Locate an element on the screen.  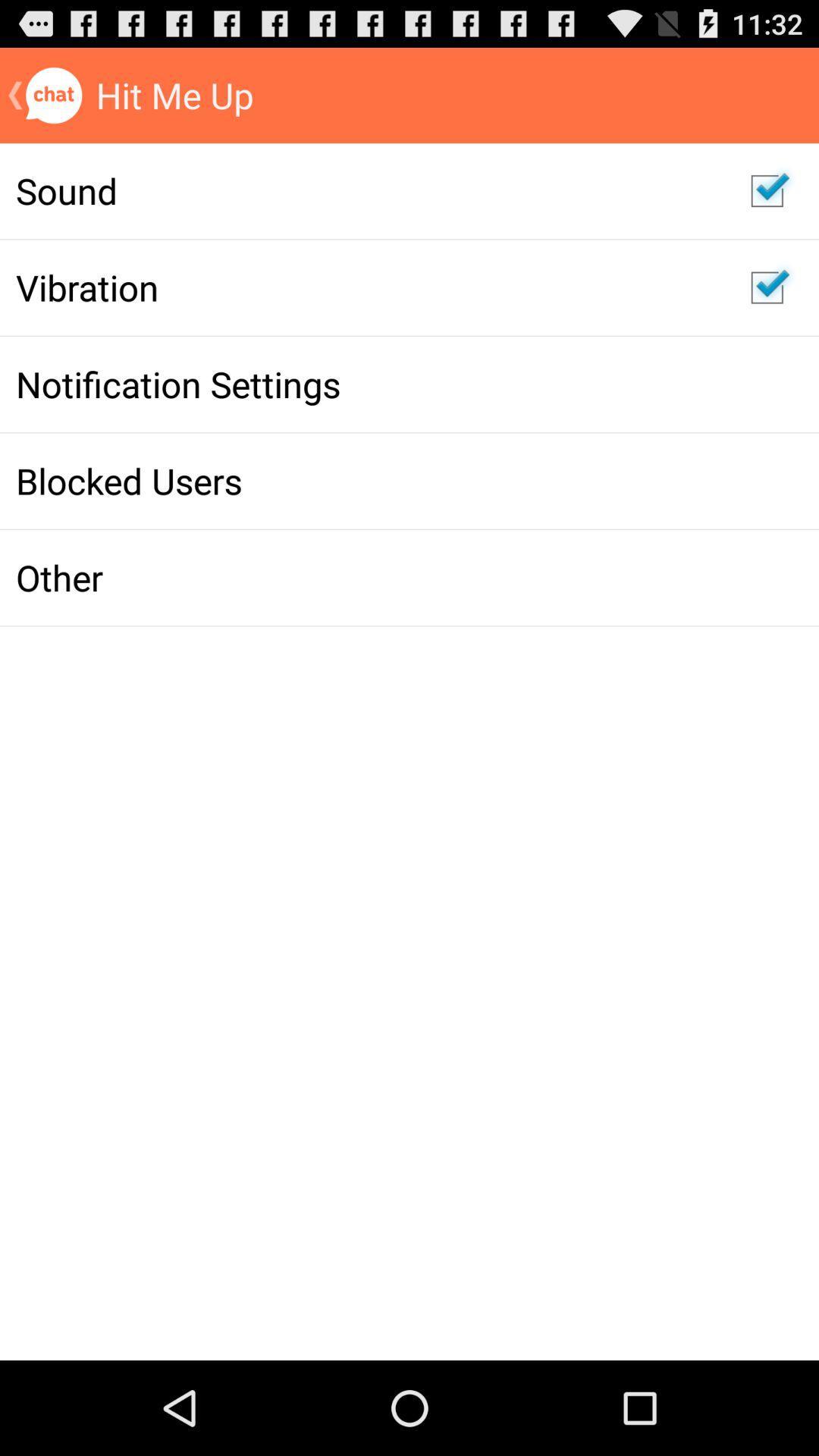
the vibration item is located at coordinates (367, 287).